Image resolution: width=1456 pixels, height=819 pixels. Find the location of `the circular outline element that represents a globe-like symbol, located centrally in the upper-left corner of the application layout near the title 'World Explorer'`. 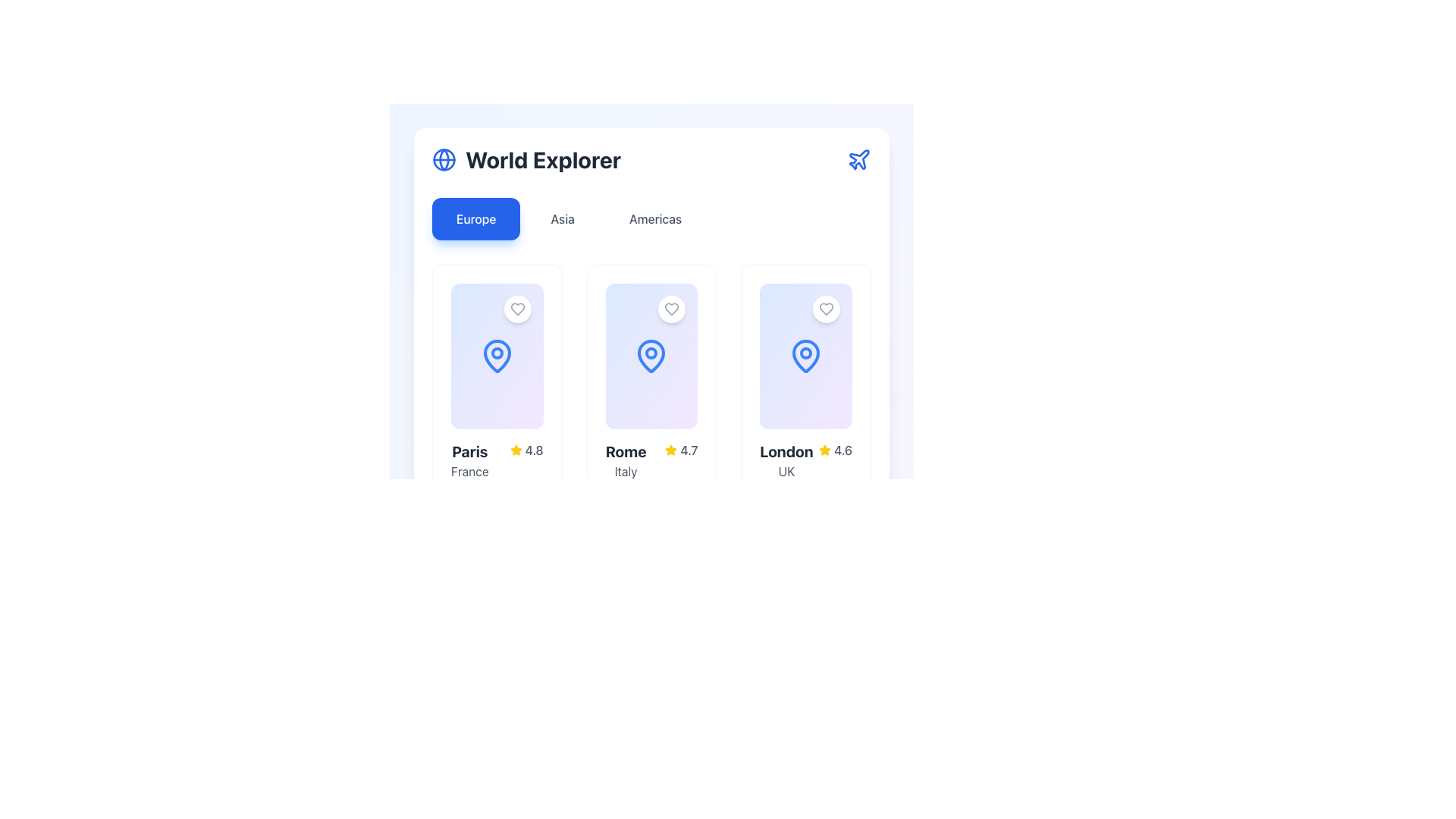

the circular outline element that represents a globe-like symbol, located centrally in the upper-left corner of the application layout near the title 'World Explorer' is located at coordinates (443, 160).